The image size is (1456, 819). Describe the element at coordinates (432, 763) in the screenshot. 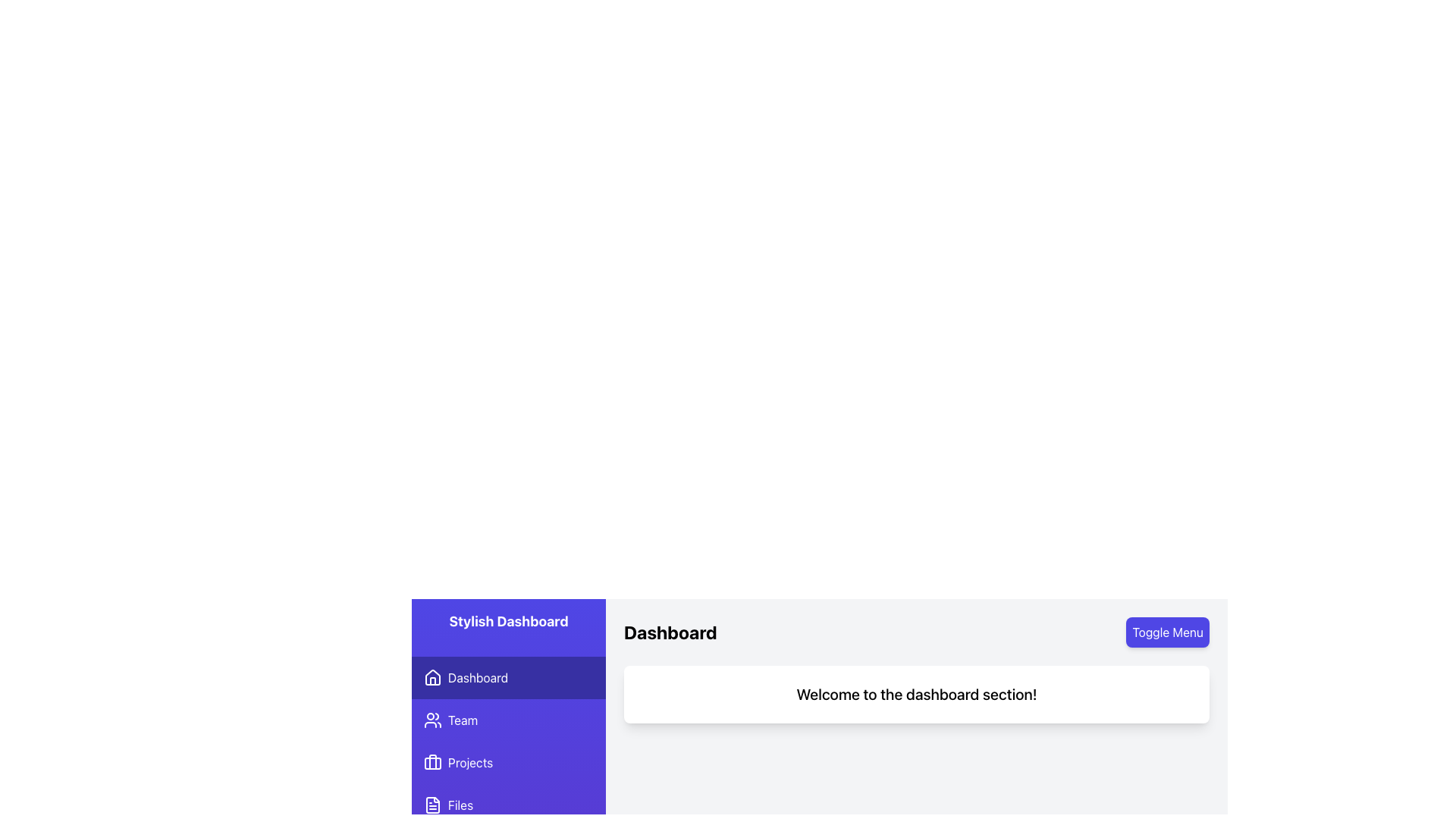

I see `the purple briefcase icon in the Projects menu item located in the sidebar` at that location.